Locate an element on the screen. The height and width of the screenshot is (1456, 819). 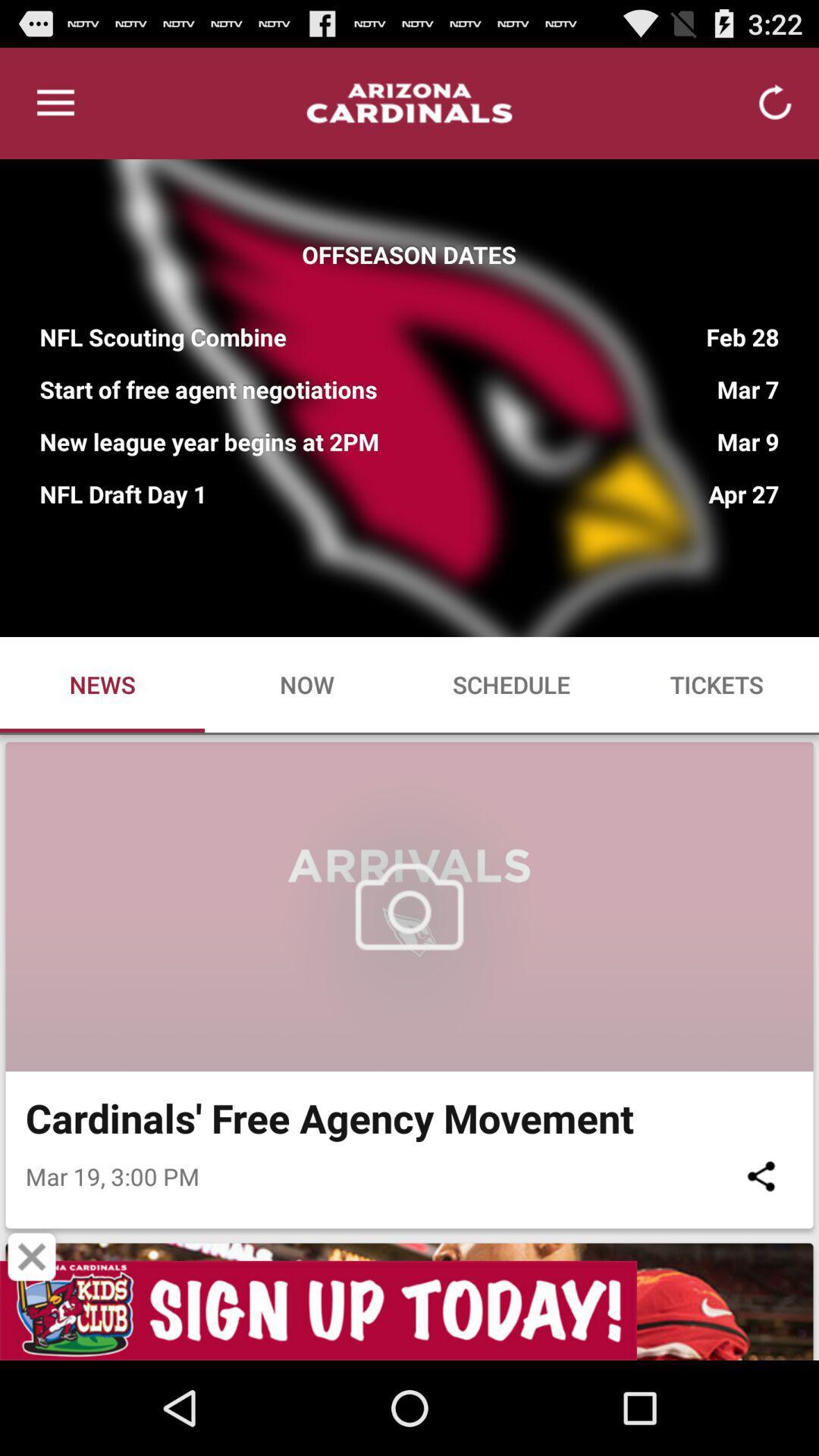
go do coulesd is located at coordinates (32, 1257).